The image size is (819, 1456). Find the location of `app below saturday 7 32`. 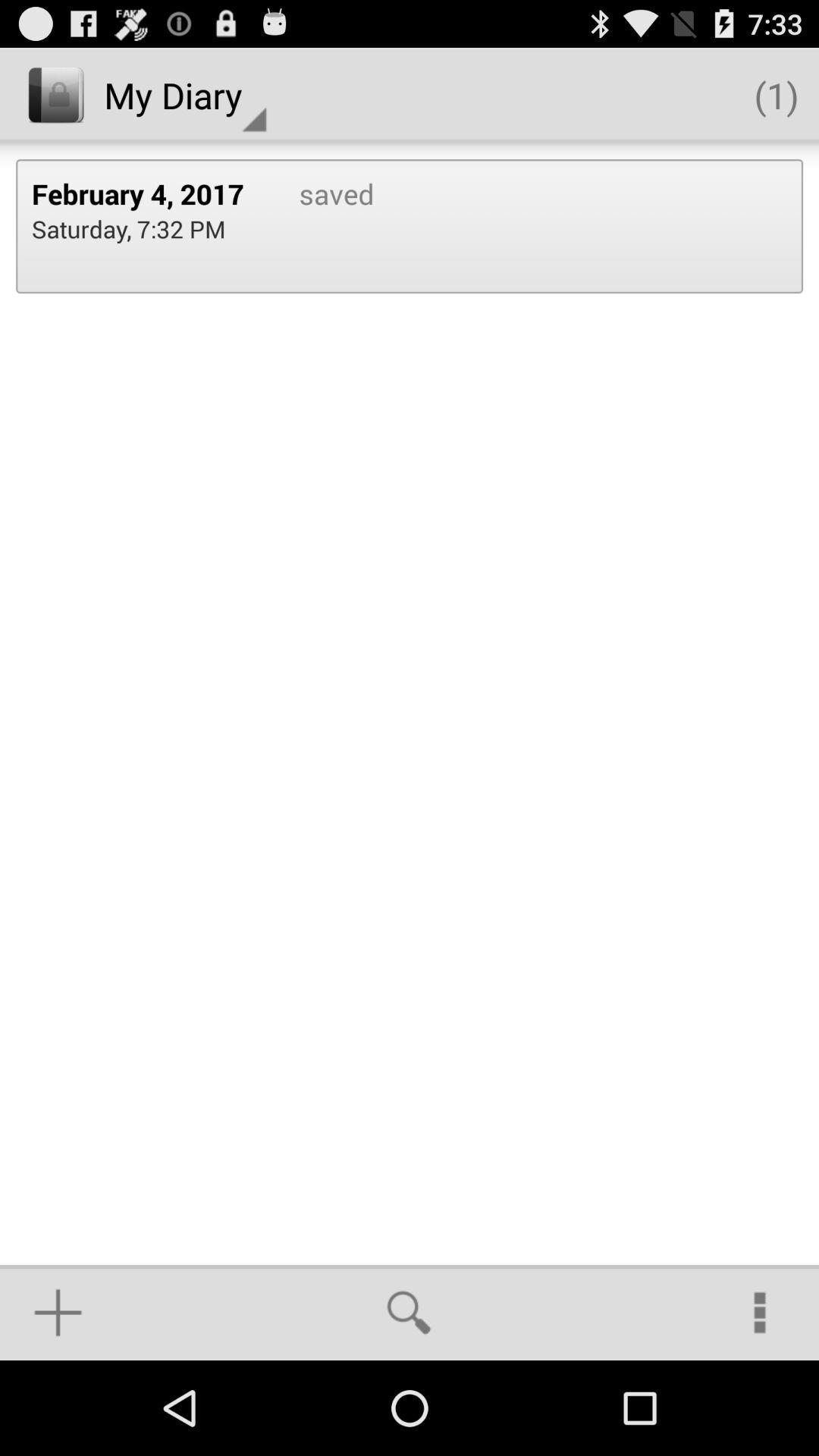

app below saturday 7 32 is located at coordinates (57, 1312).